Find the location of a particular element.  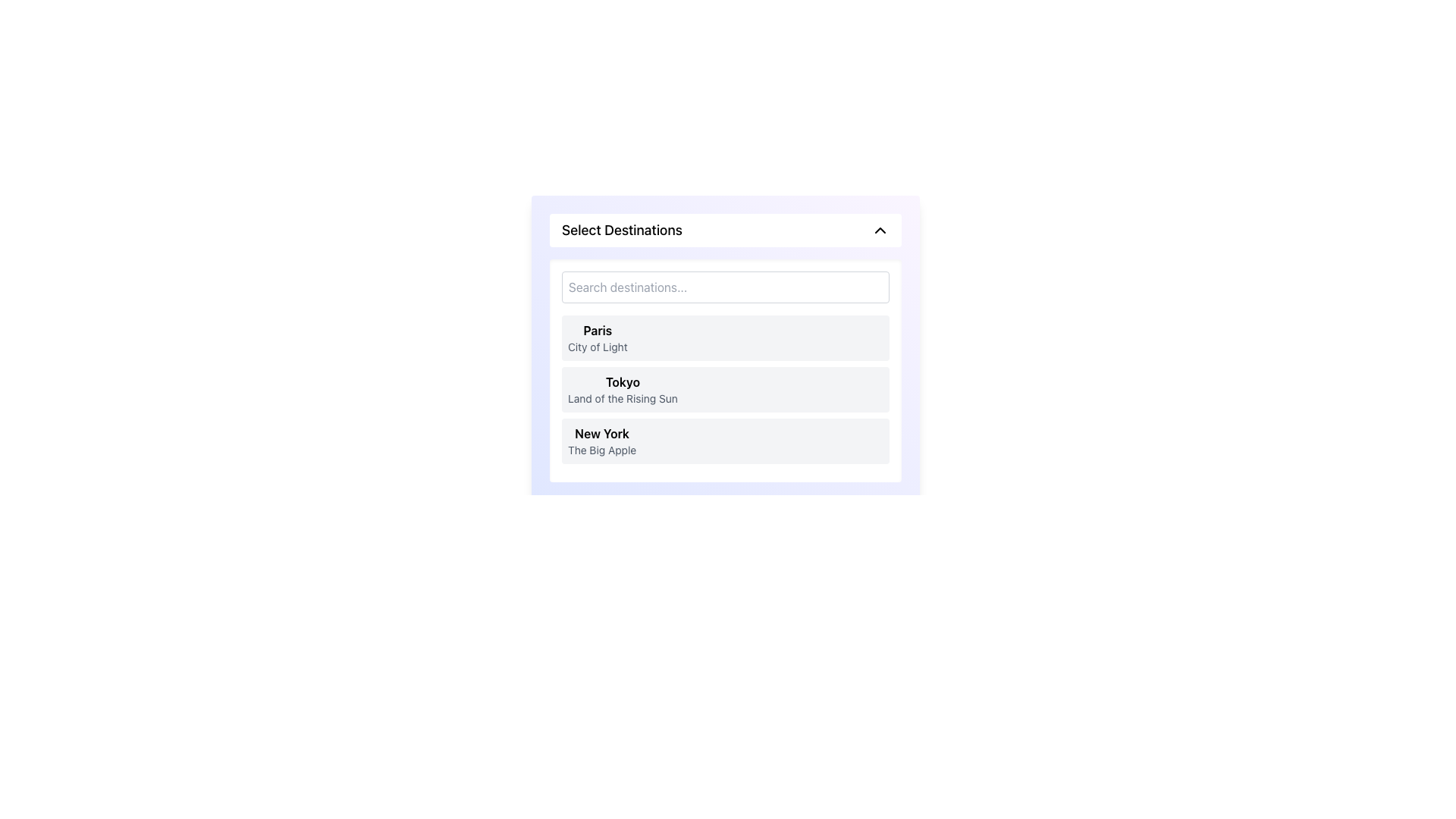

the second item in the dropdown list that allows the user to select 'Tokyo' as a destination is located at coordinates (724, 371).